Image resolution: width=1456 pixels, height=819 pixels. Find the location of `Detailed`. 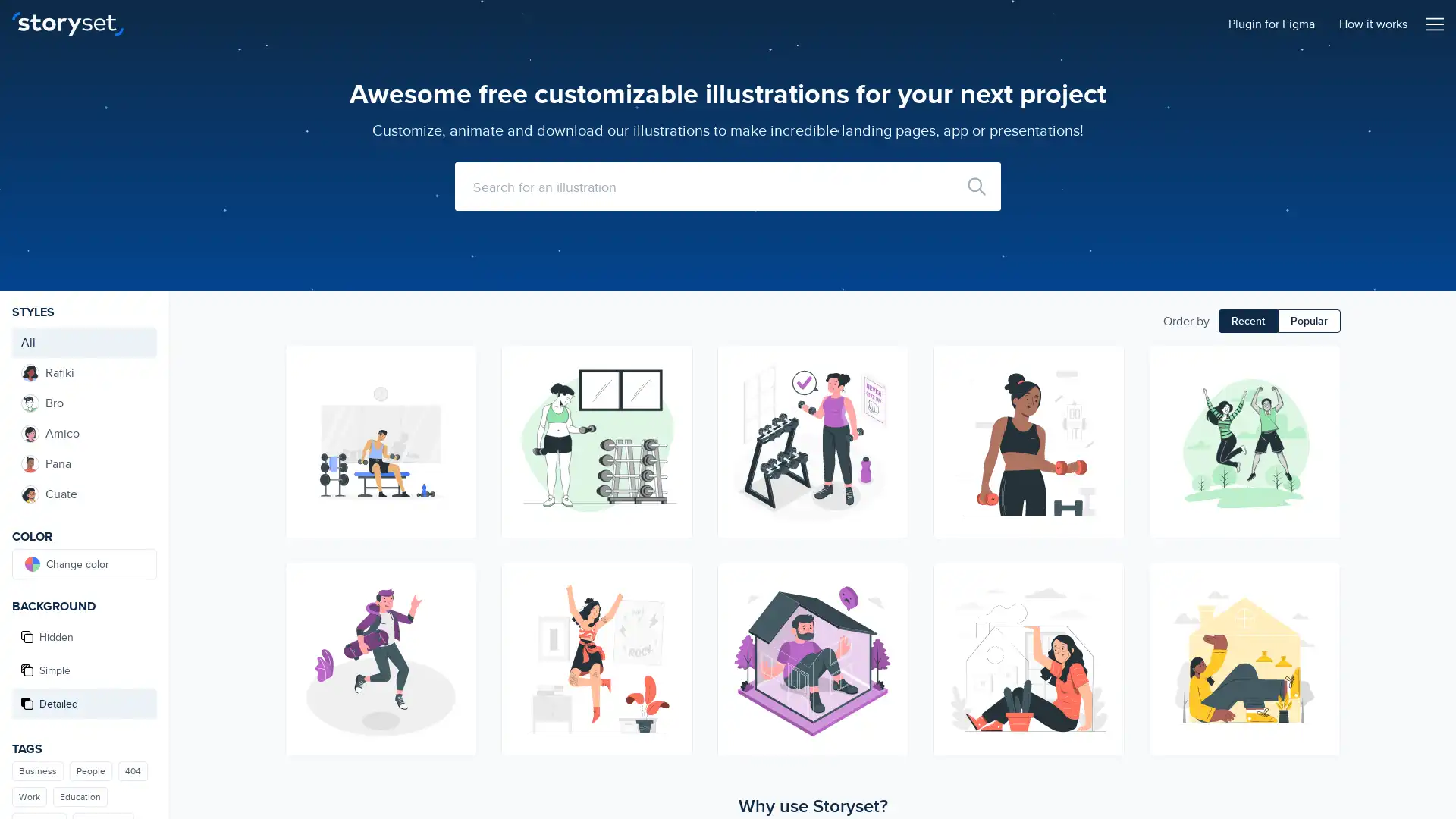

Detailed is located at coordinates (83, 704).